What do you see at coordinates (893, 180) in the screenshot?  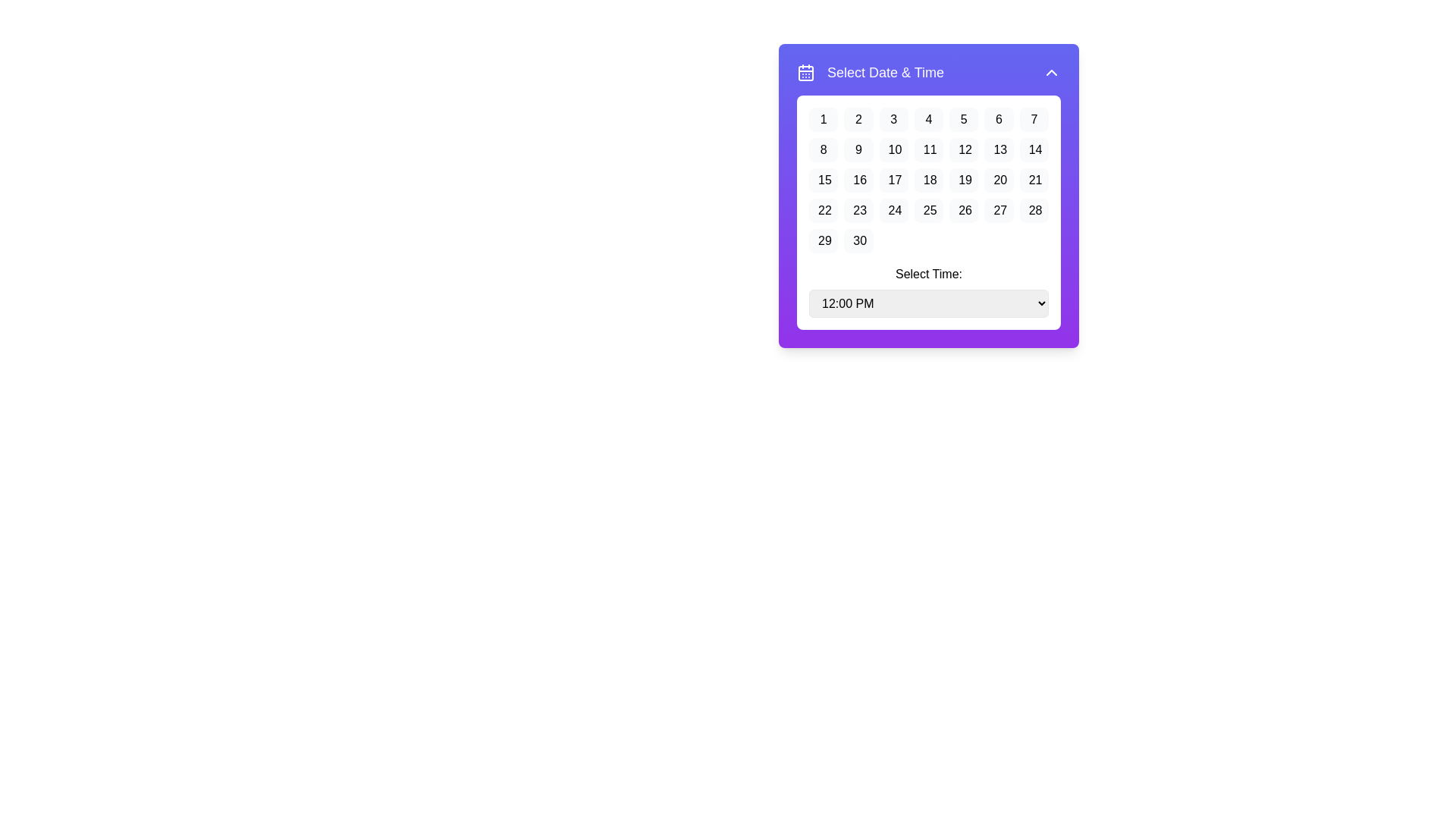 I see `the button representing the 17th day in the calendar interface` at bounding box center [893, 180].